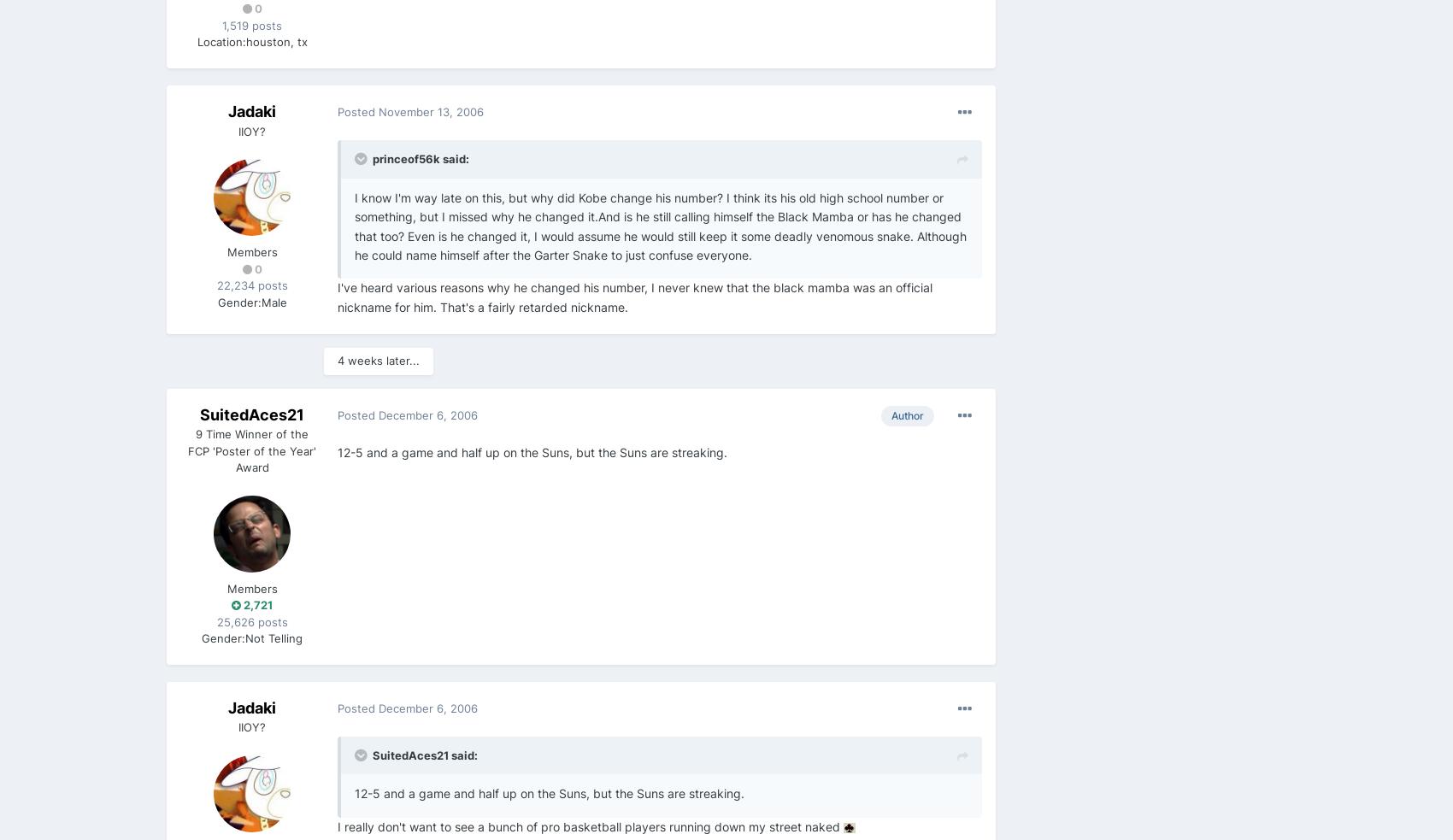 The height and width of the screenshot is (840, 1453). What do you see at coordinates (273, 637) in the screenshot?
I see `'Not Telling'` at bounding box center [273, 637].